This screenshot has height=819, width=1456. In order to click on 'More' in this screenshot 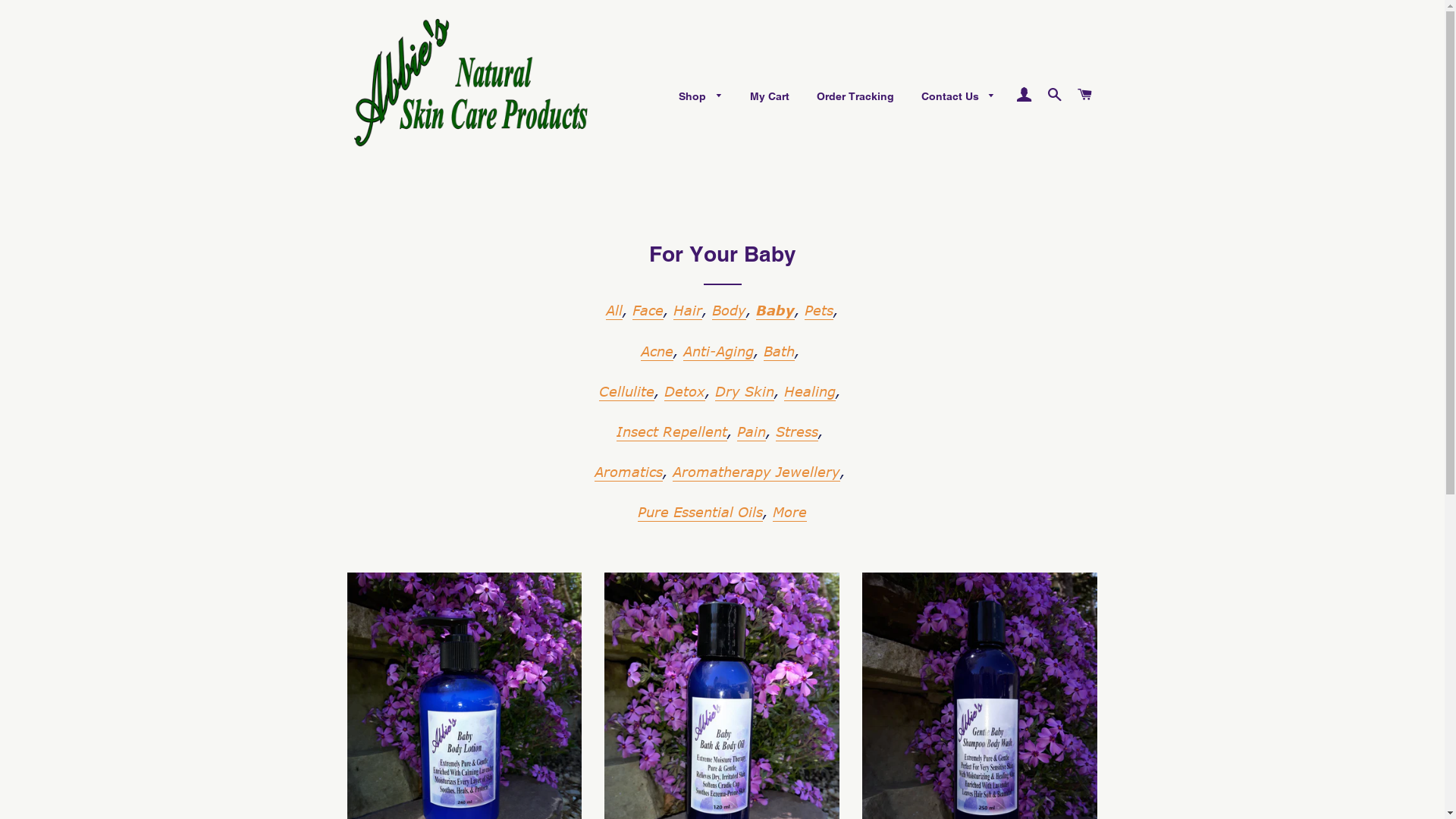, I will do `click(789, 512)`.